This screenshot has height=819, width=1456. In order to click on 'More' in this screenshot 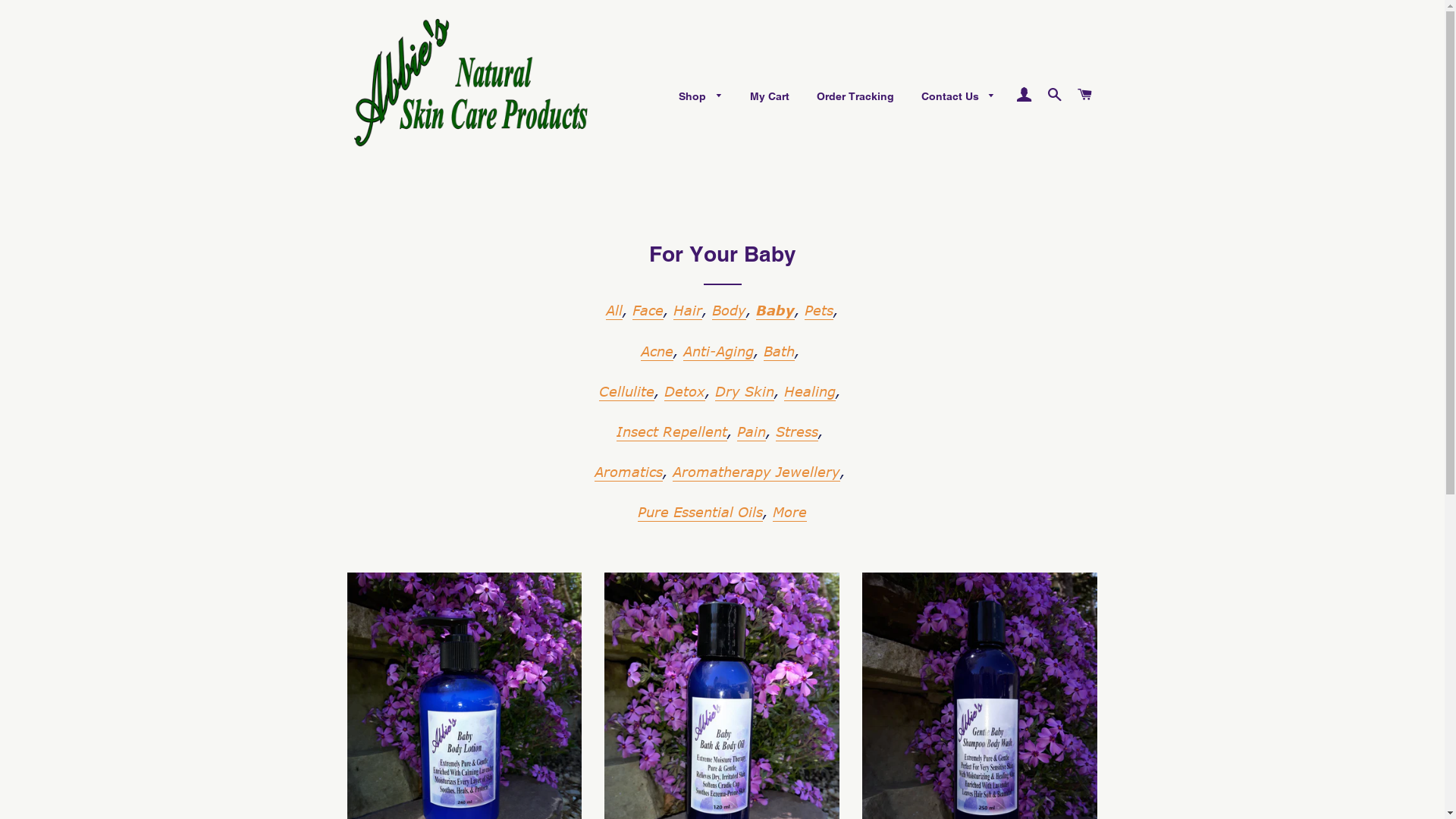, I will do `click(789, 512)`.